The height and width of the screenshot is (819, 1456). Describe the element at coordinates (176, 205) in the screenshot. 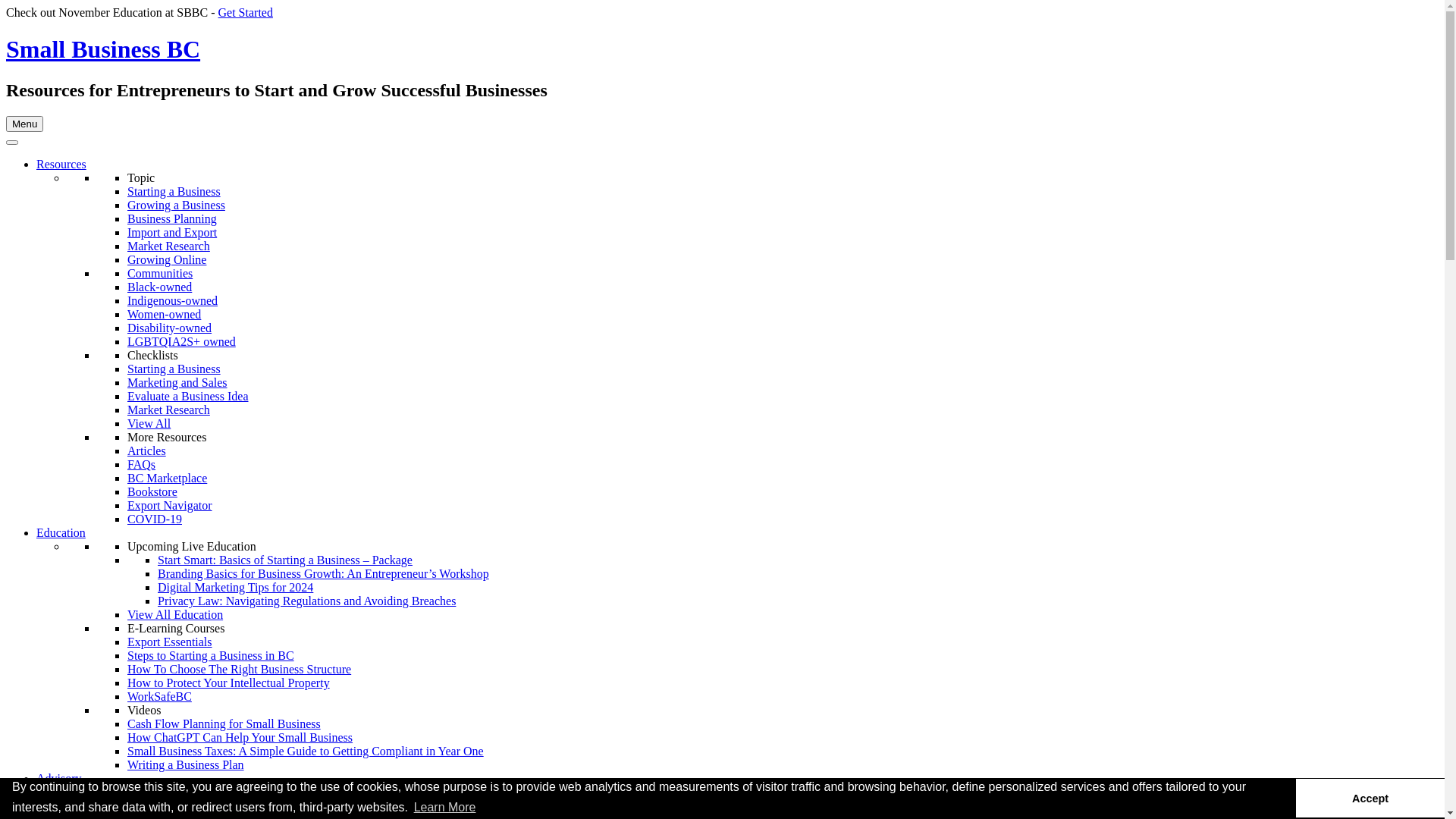

I see `'Growing a Business'` at that location.